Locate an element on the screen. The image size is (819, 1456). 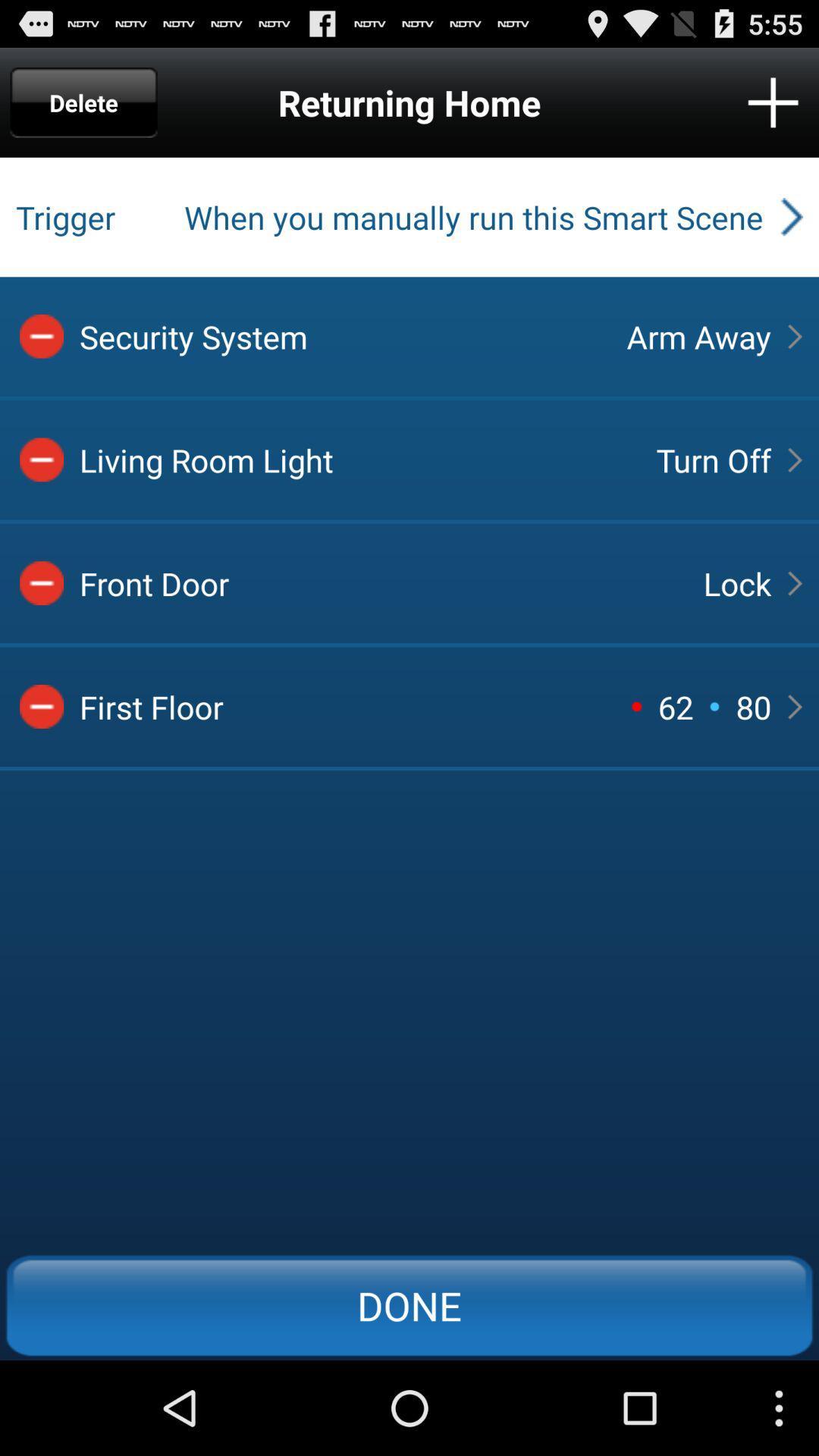
living room light item is located at coordinates (354, 459).